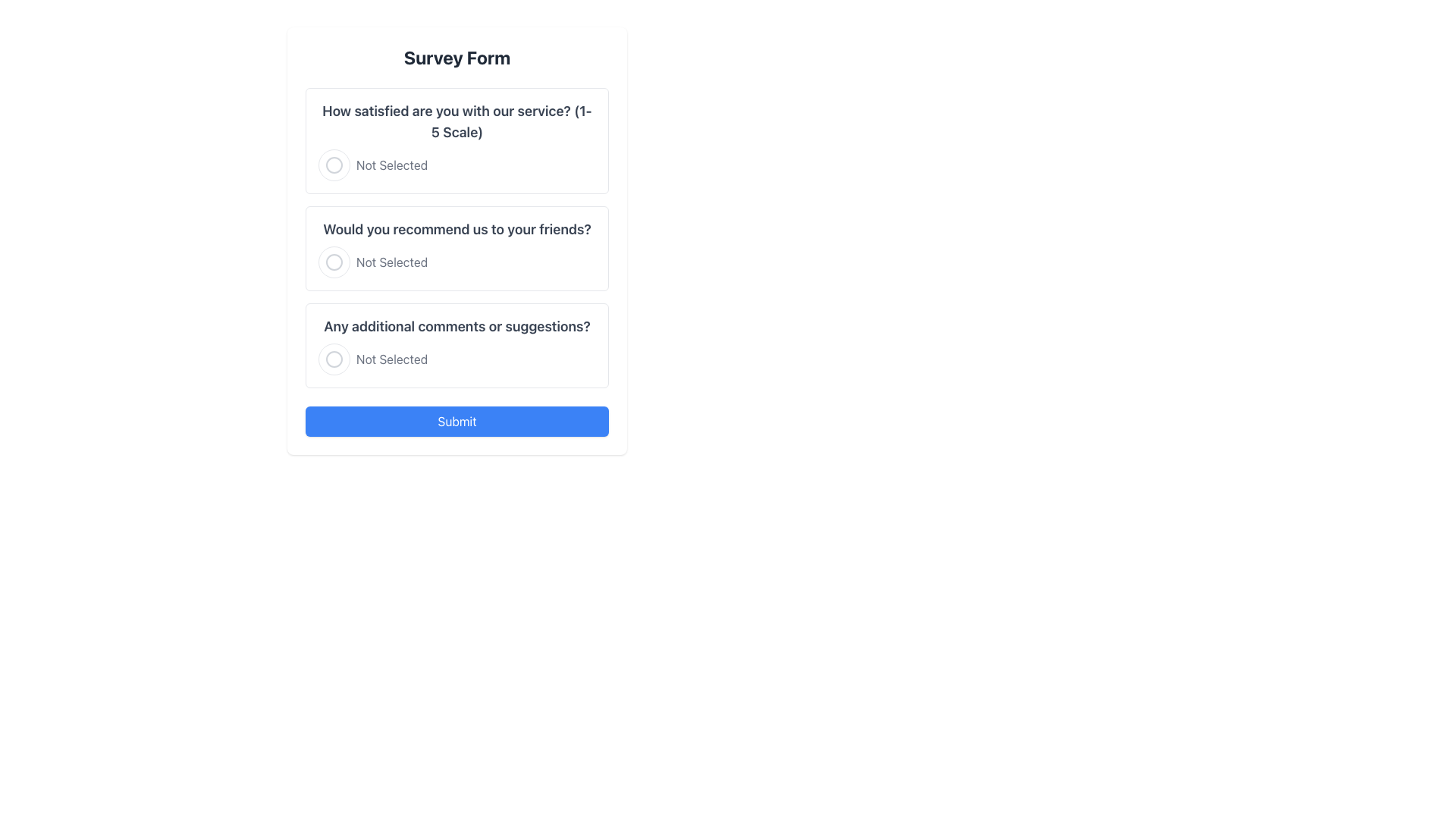 The image size is (1456, 819). What do you see at coordinates (334, 262) in the screenshot?
I see `the radio button located before the label 'Not Selected' in the second question section of the survey` at bounding box center [334, 262].